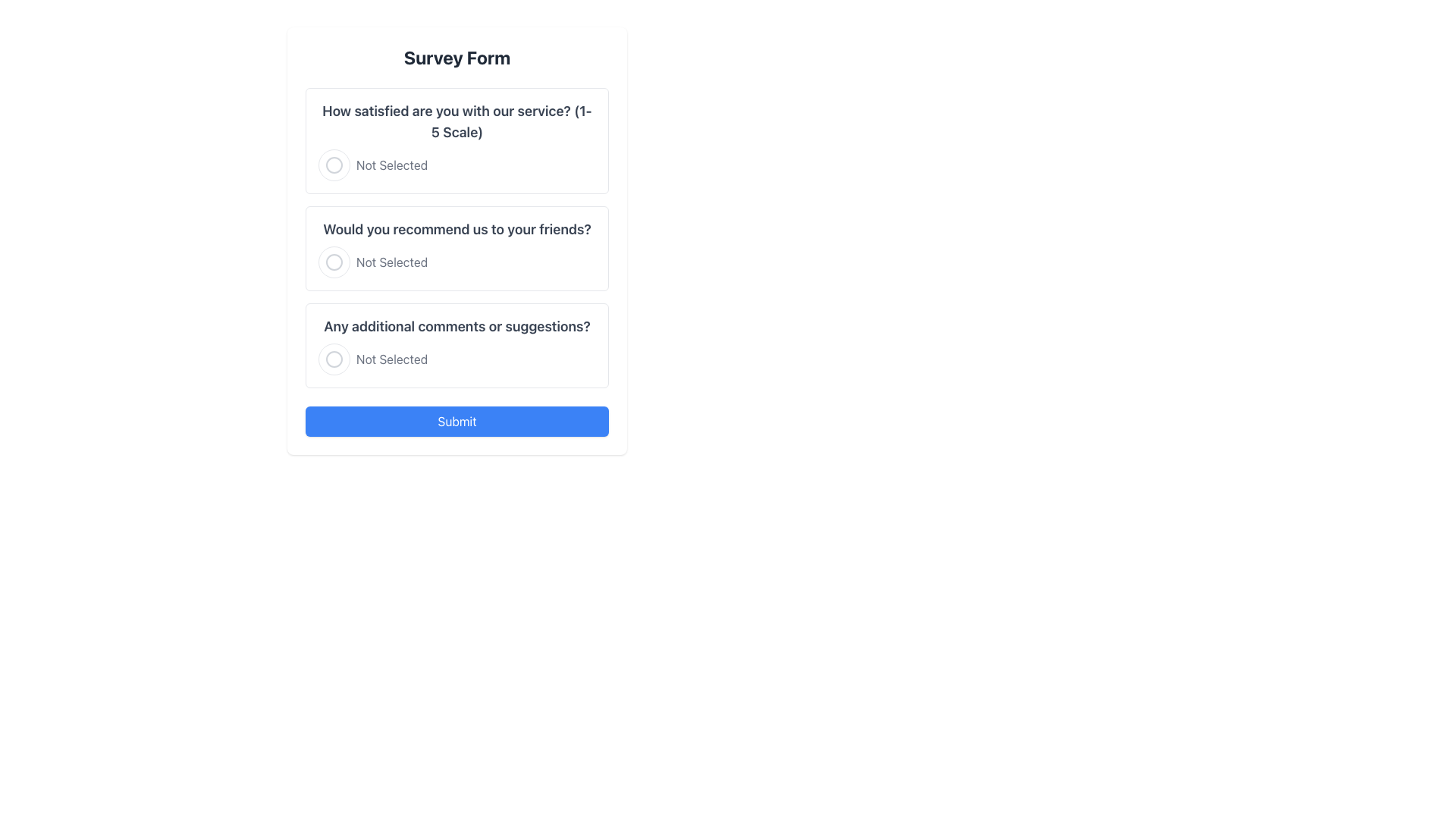 The image size is (1456, 819). What do you see at coordinates (334, 262) in the screenshot?
I see `the radio button located before the label 'Not Selected' in the second question section of the survey` at bounding box center [334, 262].